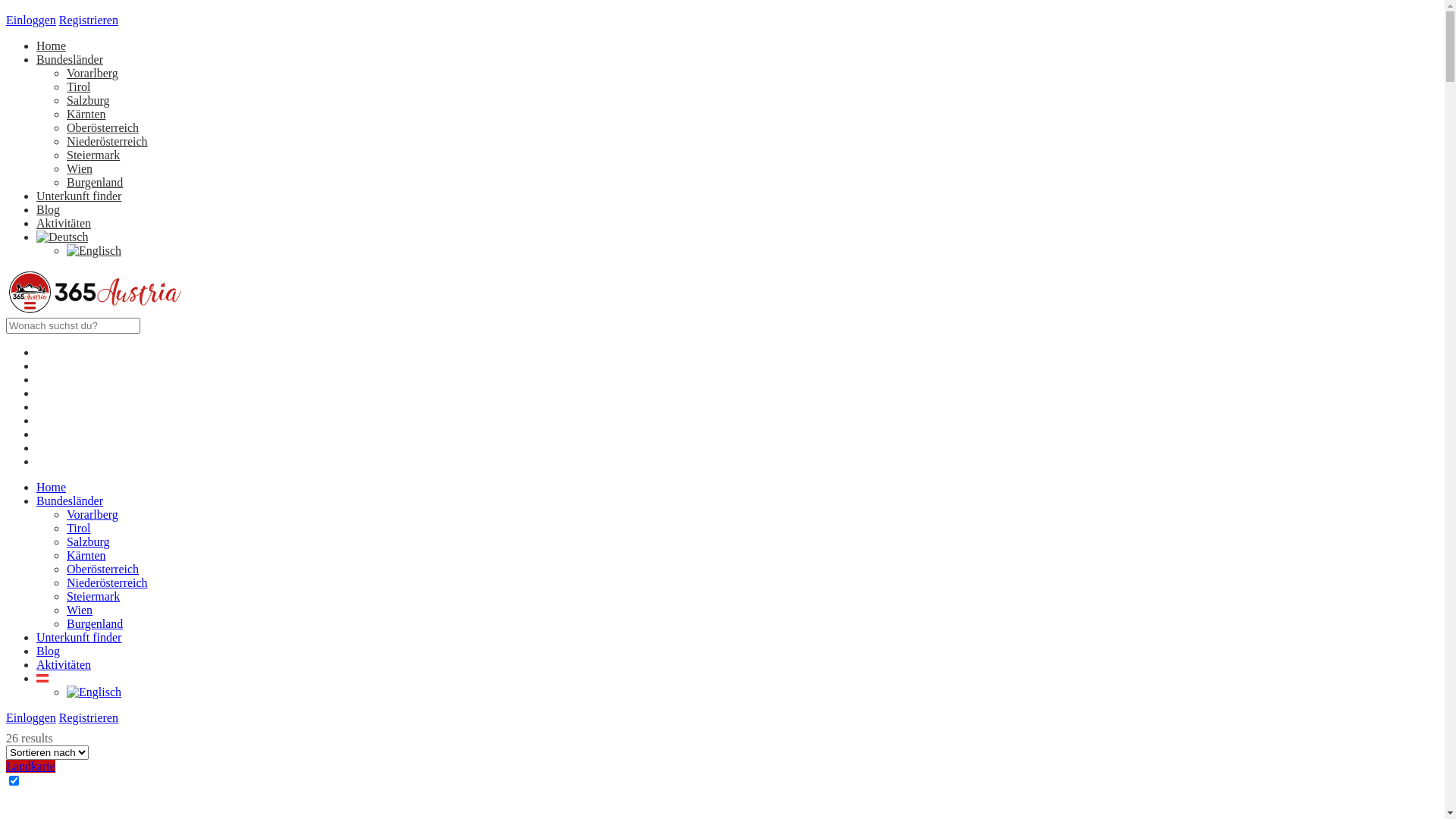 Image resolution: width=1456 pixels, height=819 pixels. What do you see at coordinates (77, 494) in the screenshot?
I see `'Tirol'` at bounding box center [77, 494].